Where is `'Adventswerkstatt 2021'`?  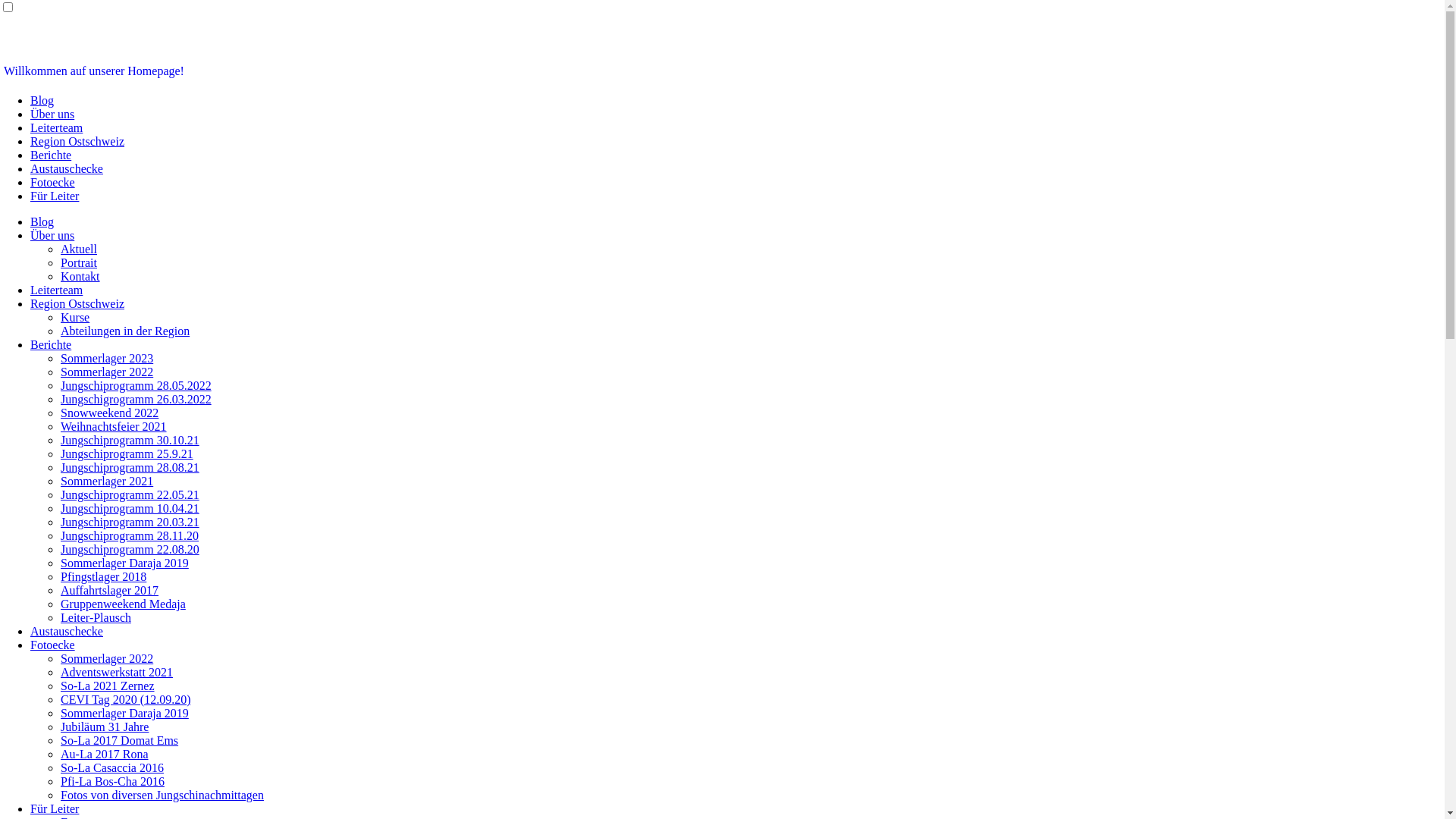 'Adventswerkstatt 2021' is located at coordinates (115, 671).